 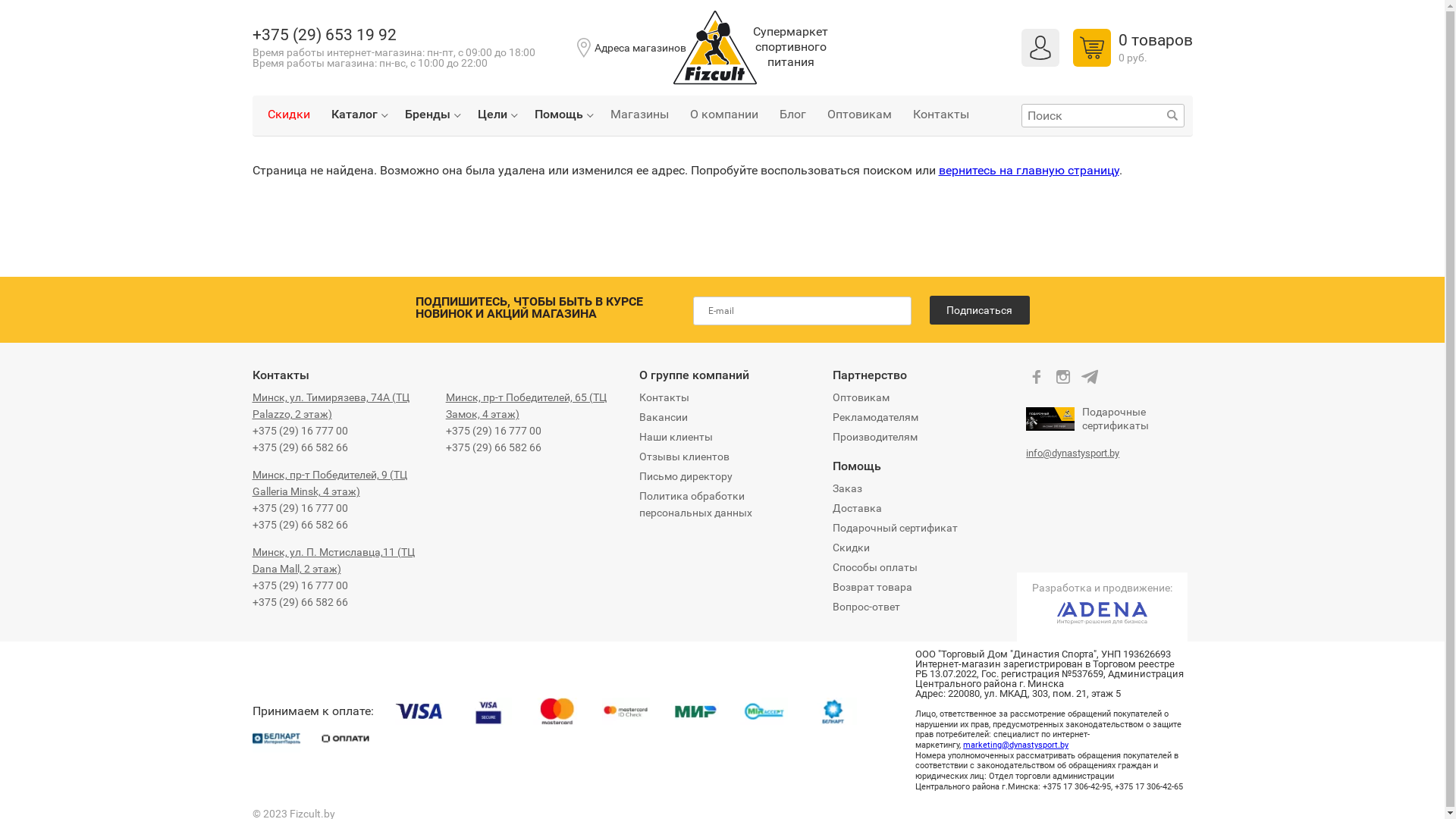 What do you see at coordinates (251, 34) in the screenshot?
I see `'+375 (29) 653 19 92'` at bounding box center [251, 34].